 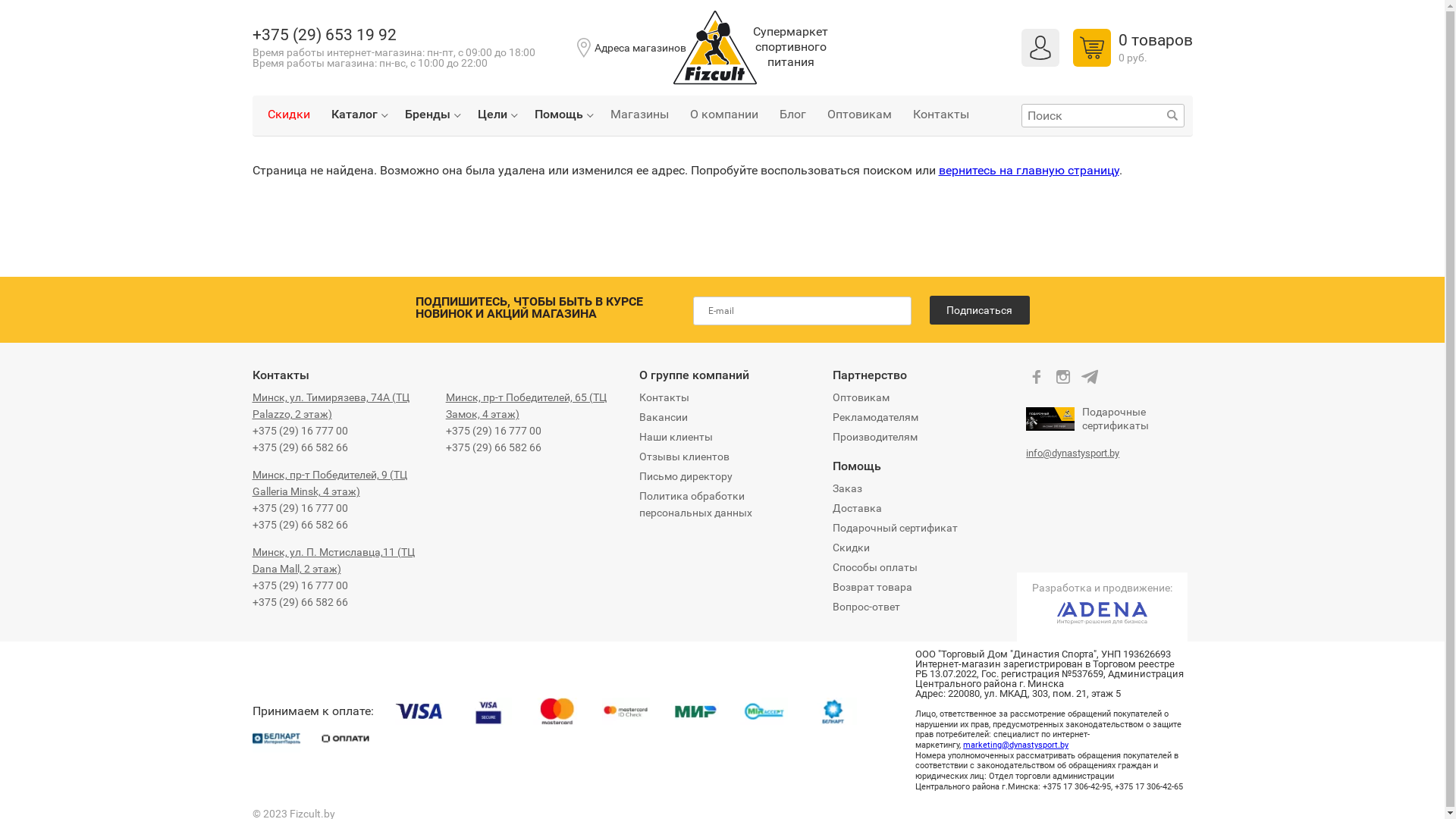 What do you see at coordinates (251, 34) in the screenshot?
I see `'+375 (29) 653 19 92'` at bounding box center [251, 34].